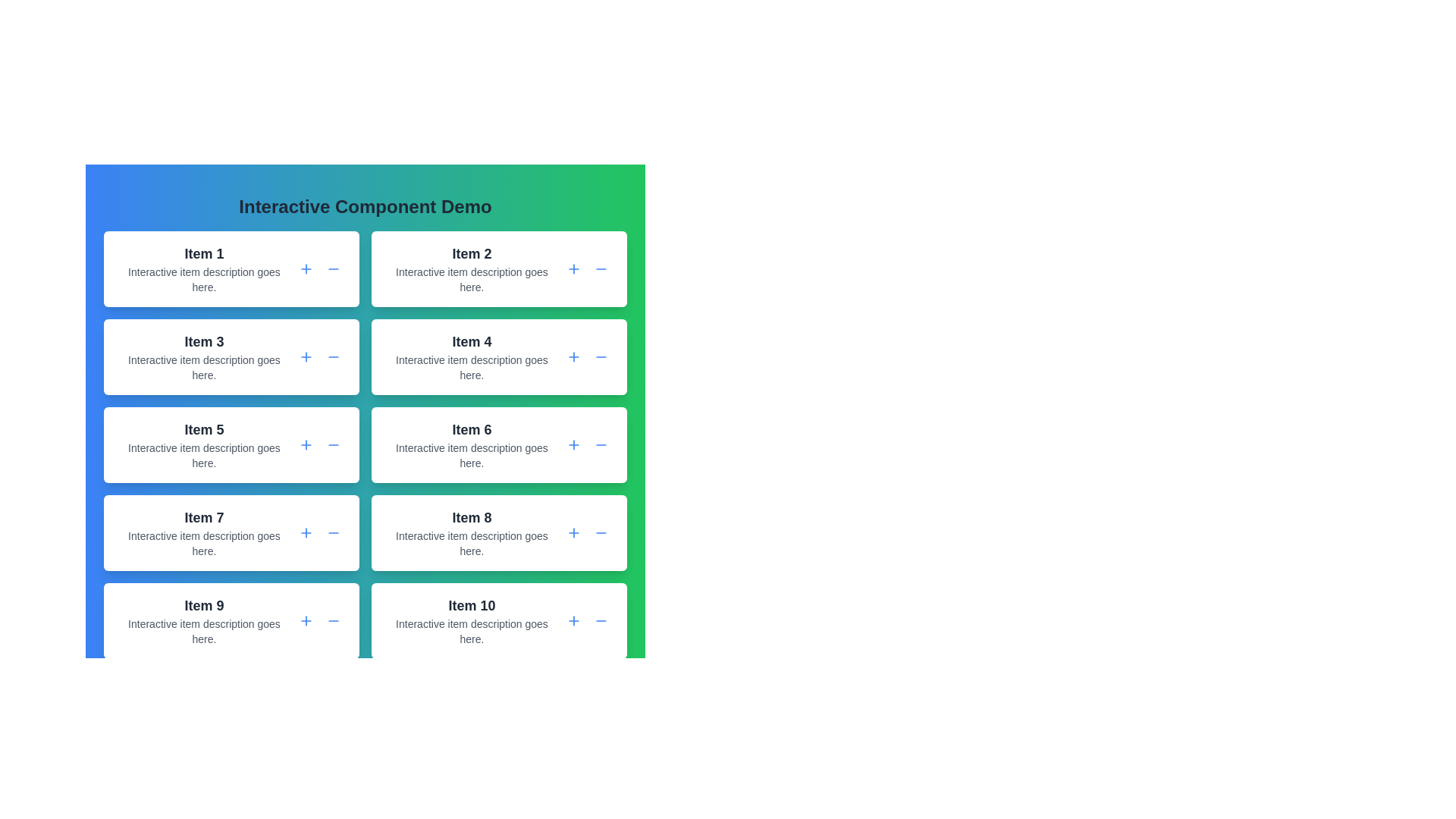  What do you see at coordinates (305, 268) in the screenshot?
I see `the plus sign icon button with a blue hue, located to the right of 'Item 1'` at bounding box center [305, 268].